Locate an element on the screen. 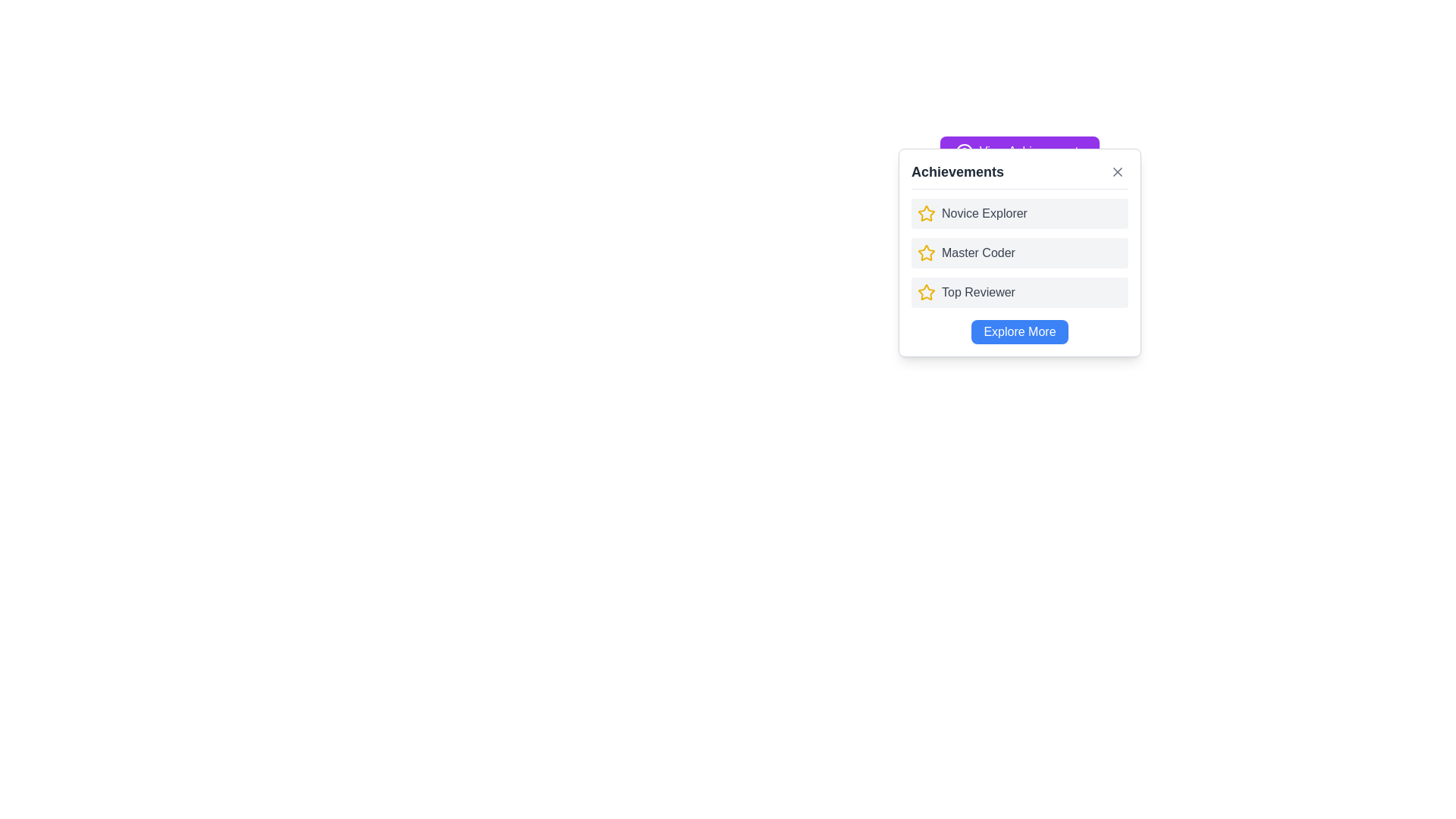 This screenshot has width=1456, height=819. the circular button with a gray 'X' icon located in the top-right corner of the 'Achievements' section is located at coordinates (1117, 171).